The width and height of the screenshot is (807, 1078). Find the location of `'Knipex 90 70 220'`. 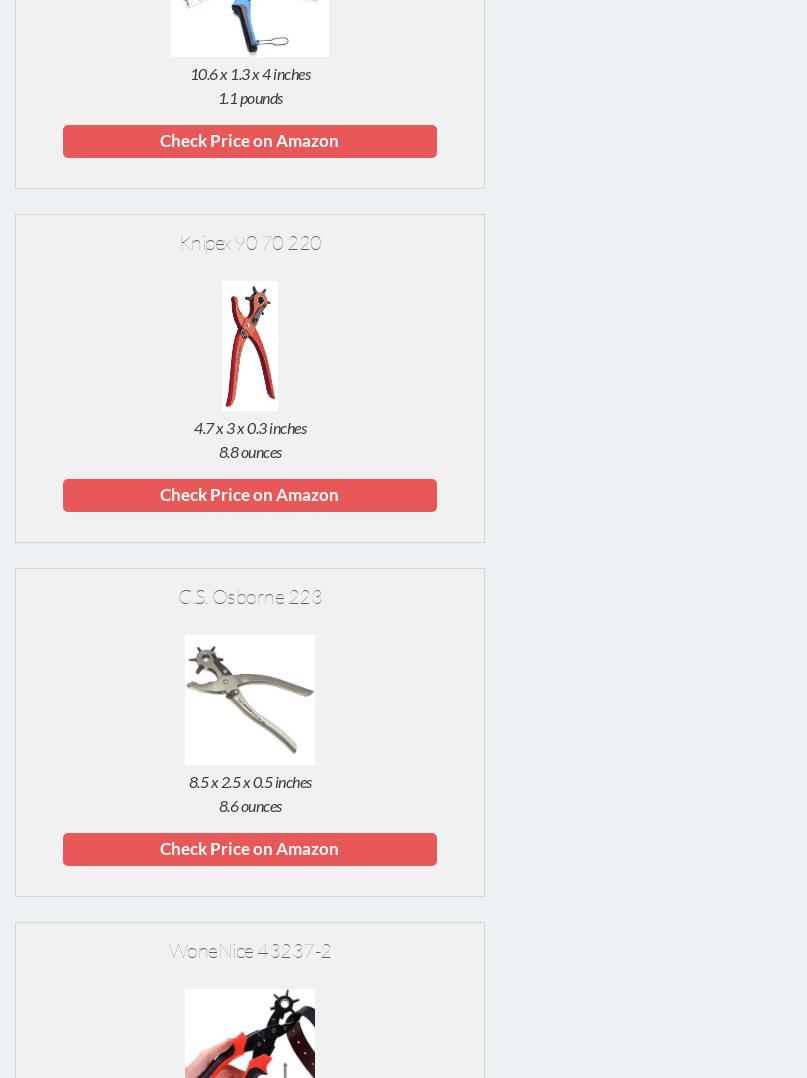

'Knipex 90 70 220' is located at coordinates (248, 241).